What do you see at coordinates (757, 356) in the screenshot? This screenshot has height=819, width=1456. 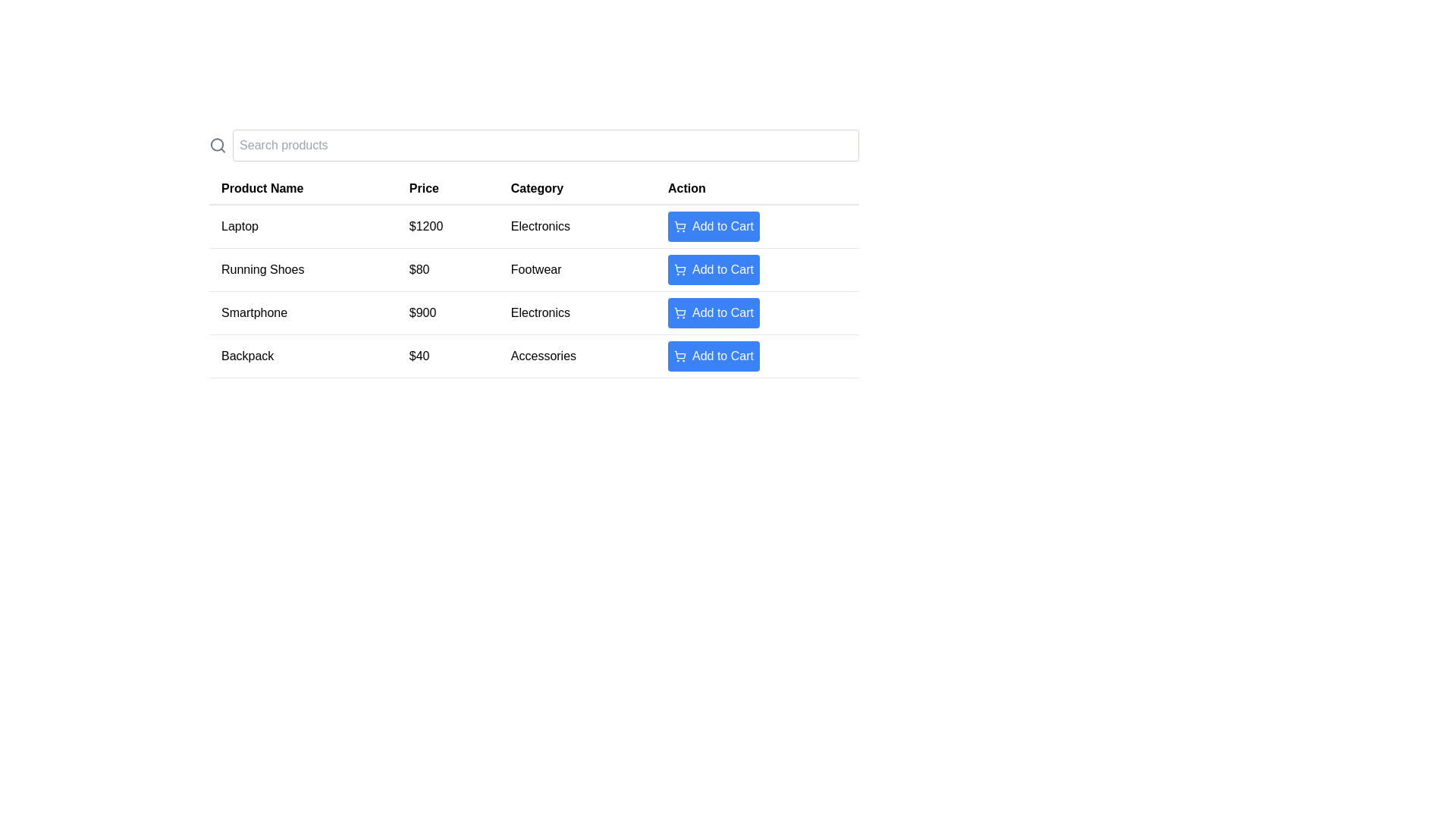 I see `the blue rectangular button labeled 'Add to Cart' located in the last row of the table under the 'Action' column for the backpack product` at bounding box center [757, 356].